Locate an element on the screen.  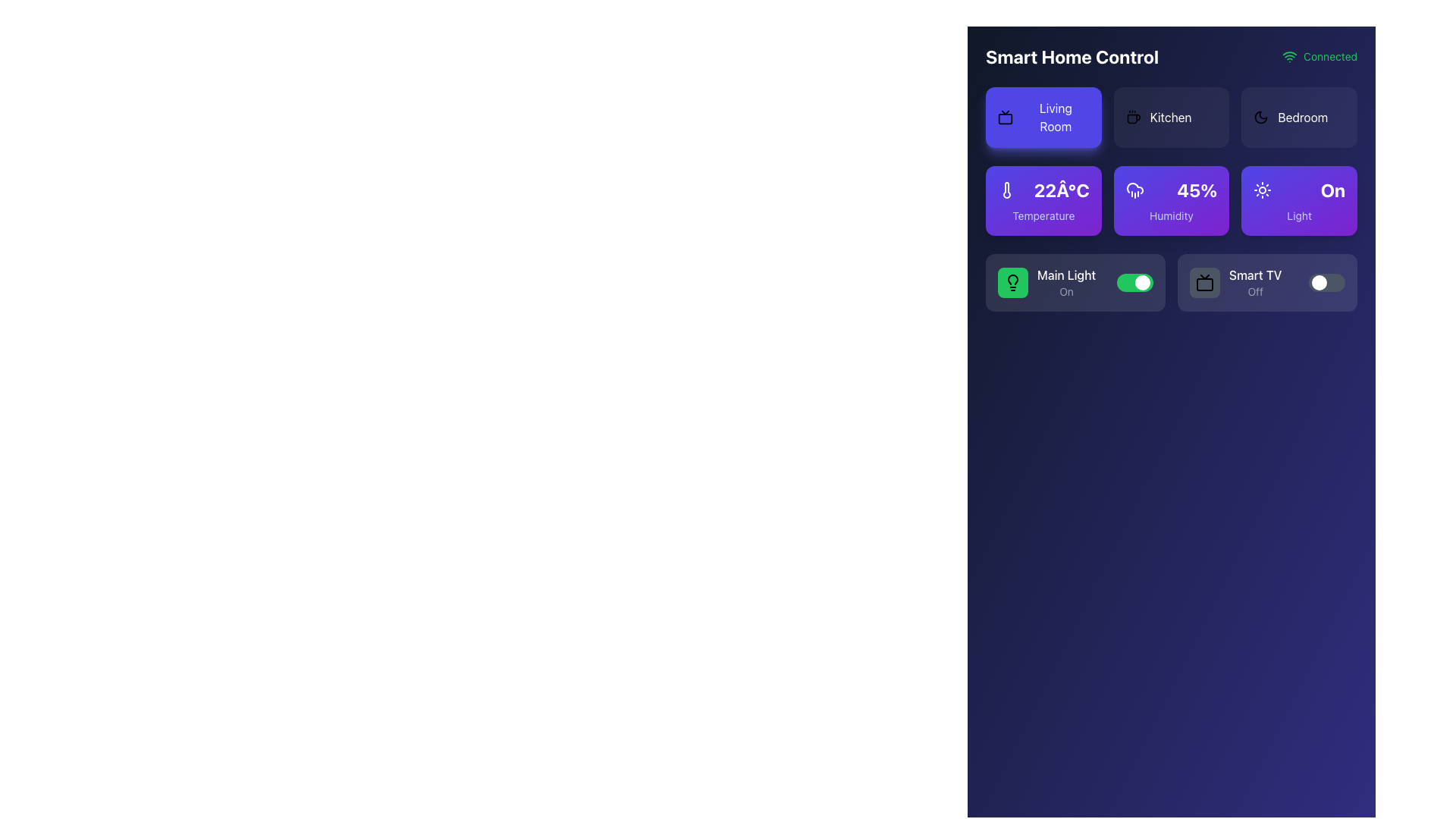
the toggle switch thumb is located at coordinates (1318, 283).